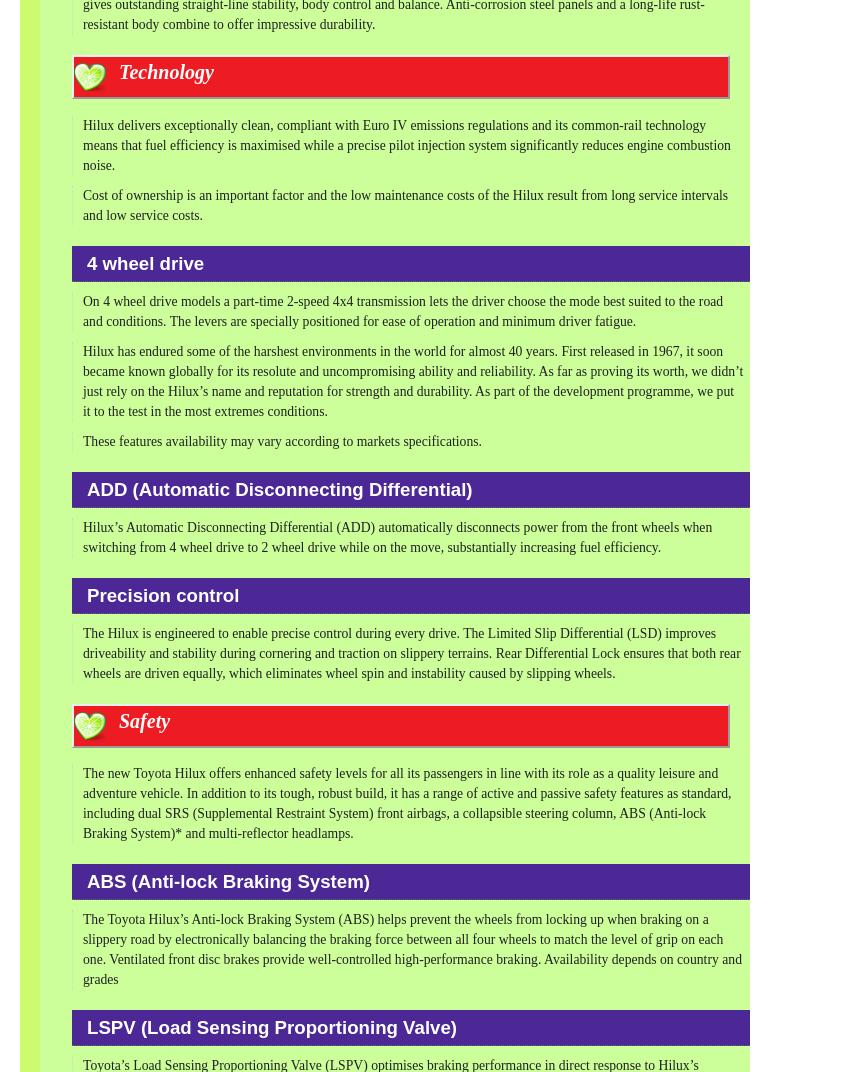 The height and width of the screenshot is (1072, 845). I want to click on '4 wheel drive', so click(87, 262).